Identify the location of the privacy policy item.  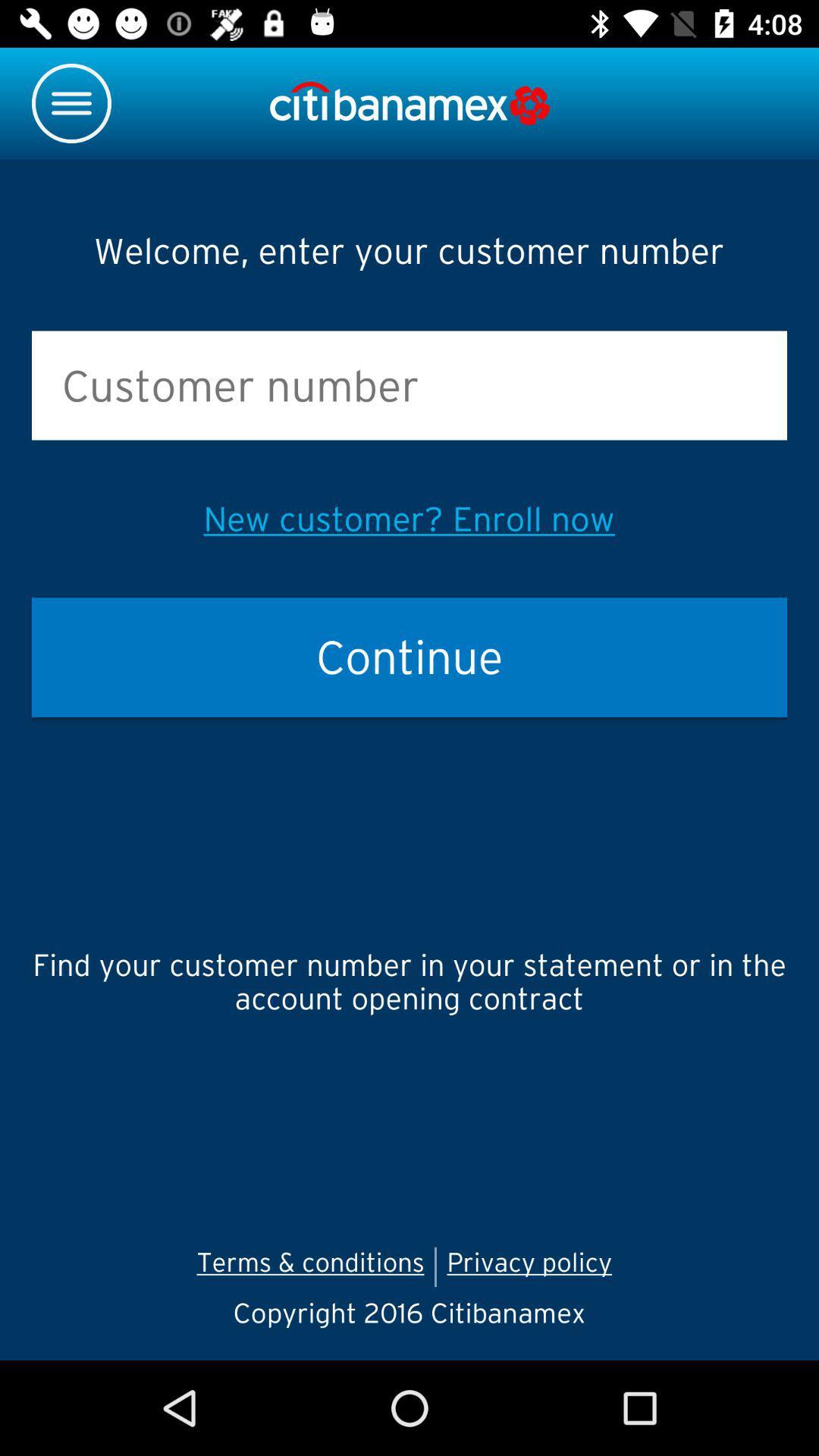
(534, 1266).